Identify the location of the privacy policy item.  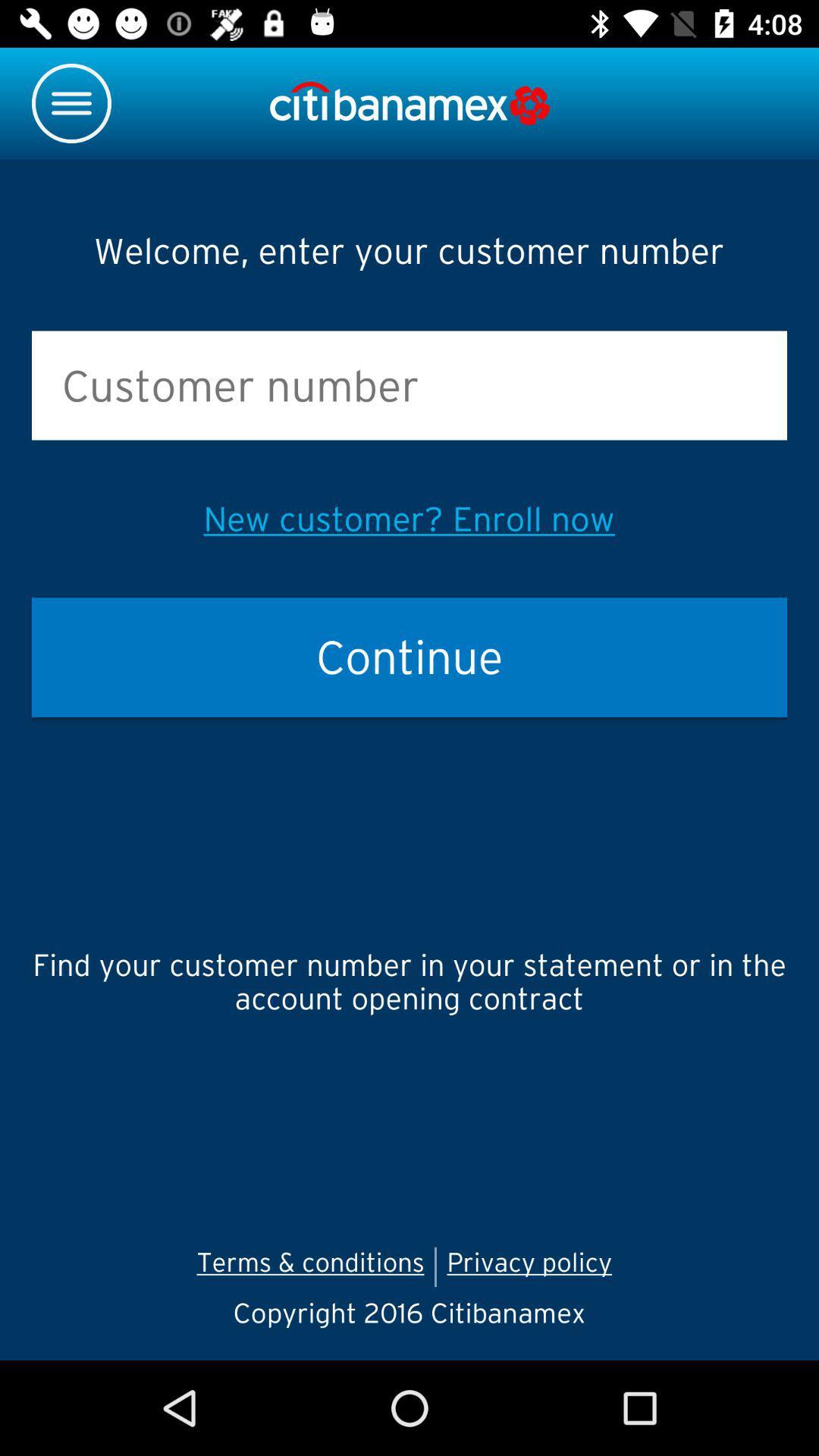
(534, 1266).